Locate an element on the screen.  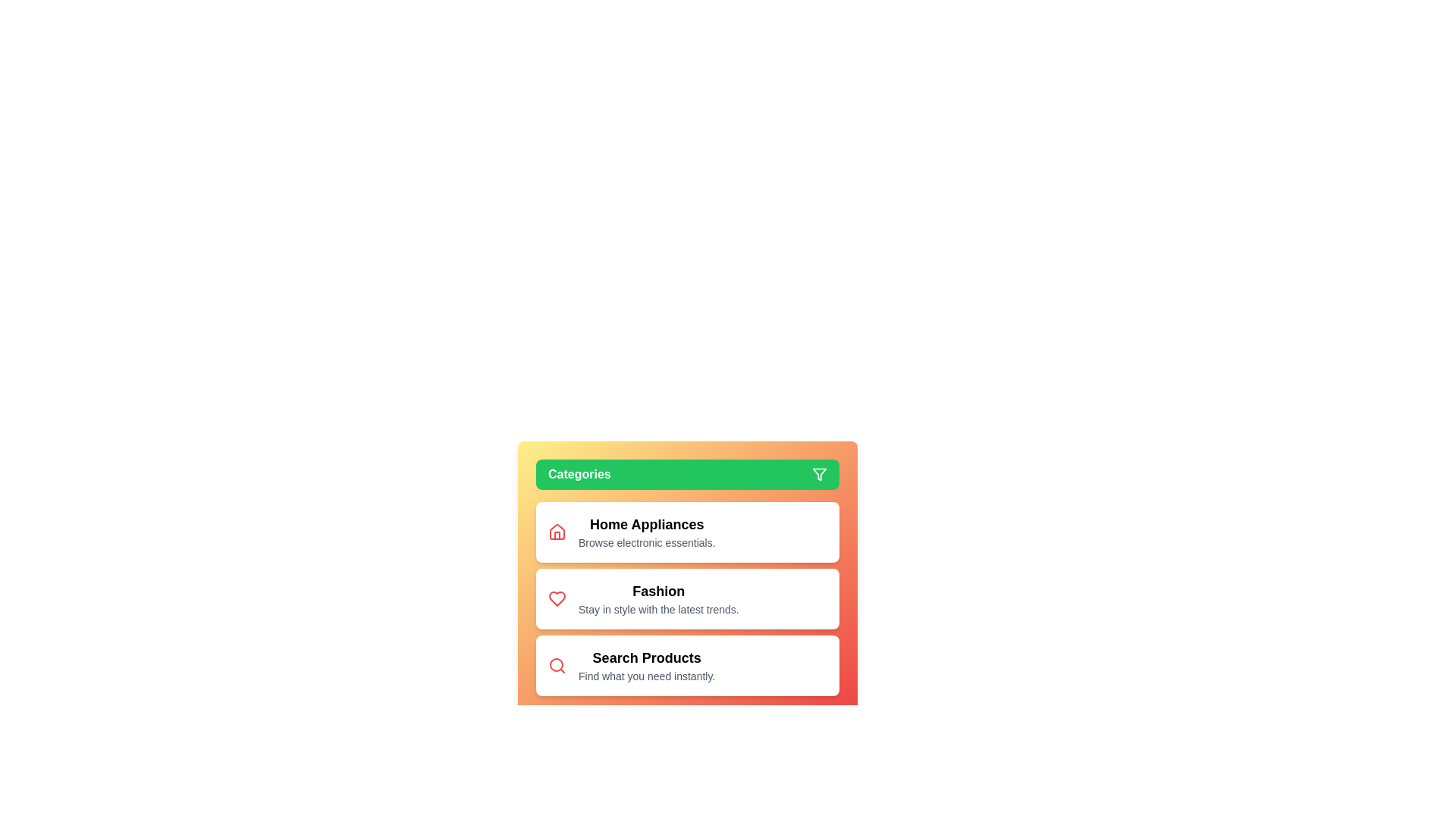
the category item Home Appliances to view its hover effect is located at coordinates (647, 532).